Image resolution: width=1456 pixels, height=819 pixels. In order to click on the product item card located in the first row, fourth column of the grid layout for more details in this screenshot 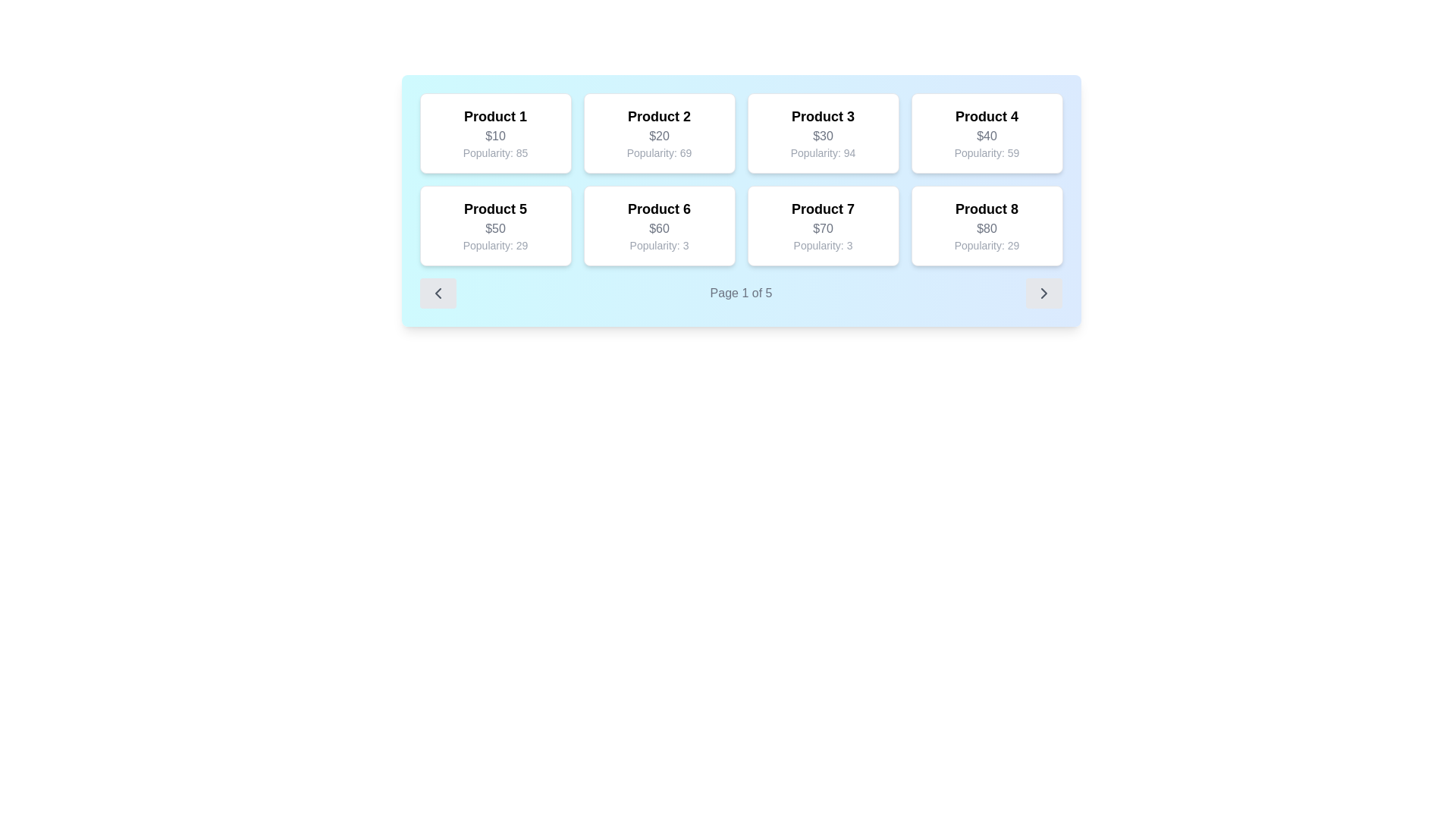, I will do `click(987, 133)`.